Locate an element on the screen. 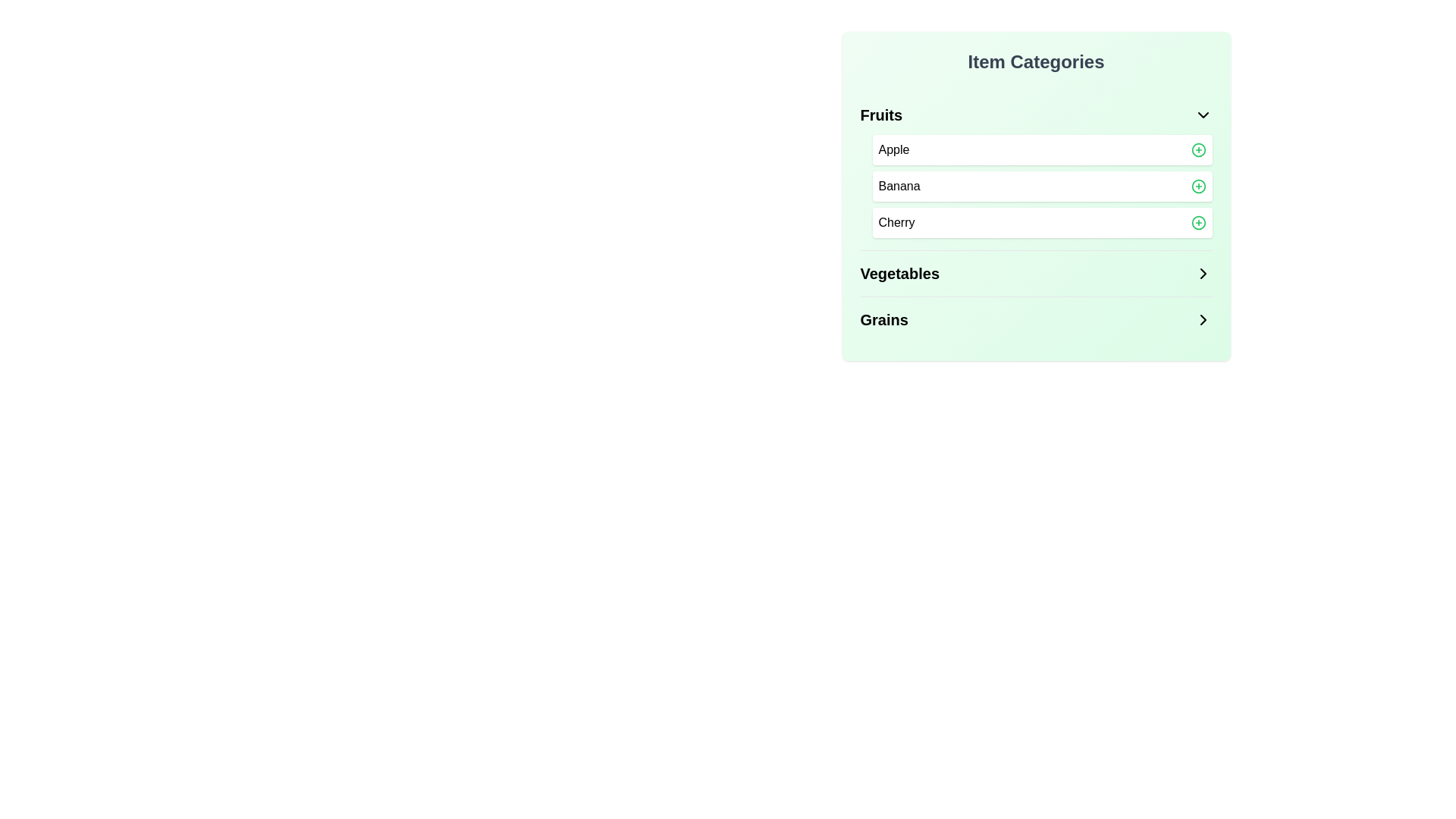 This screenshot has width=1456, height=819. the 'add' icon next to the item Cherry is located at coordinates (1197, 222).